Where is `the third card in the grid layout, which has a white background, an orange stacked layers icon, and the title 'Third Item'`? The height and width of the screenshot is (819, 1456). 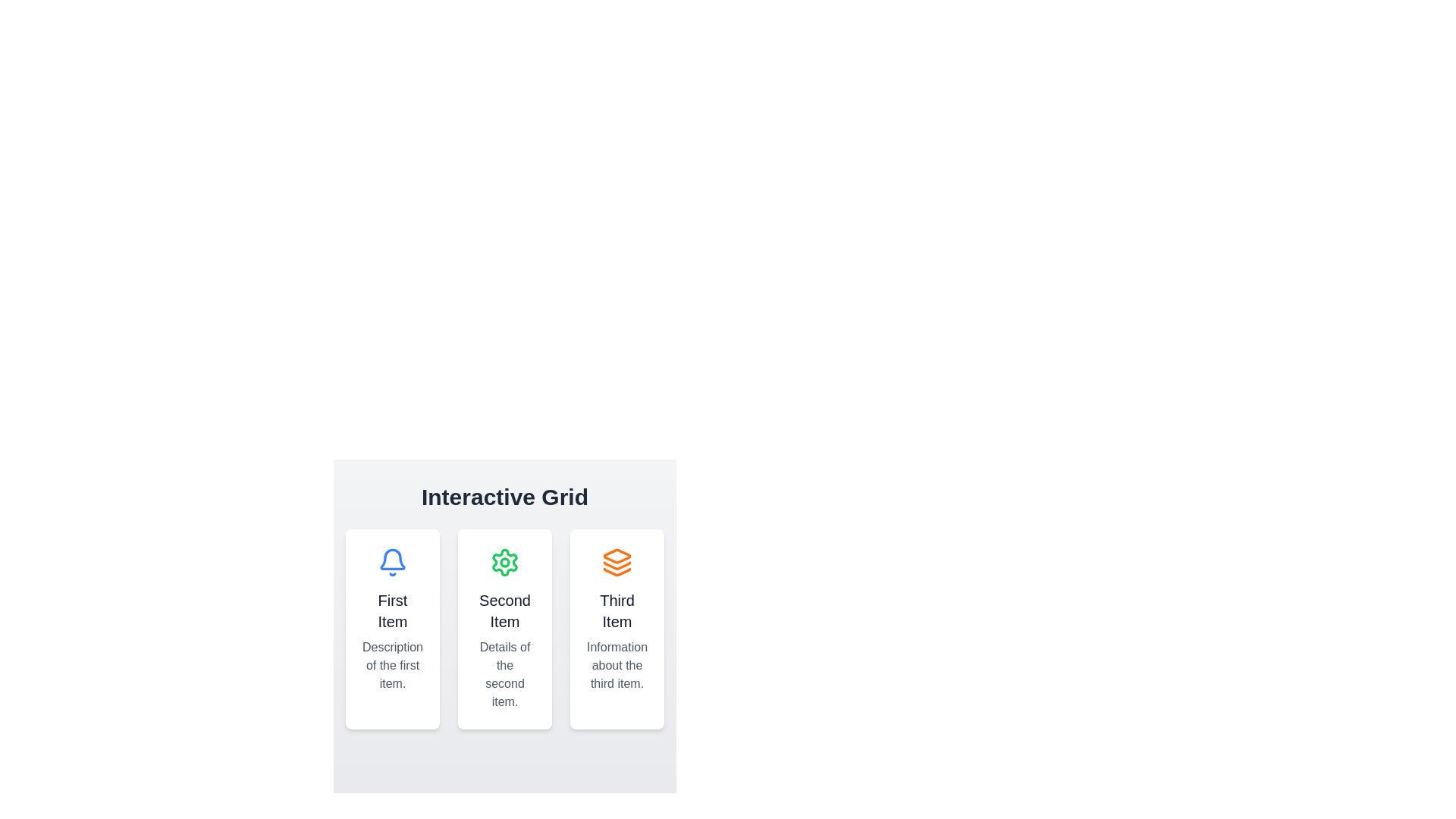 the third card in the grid layout, which has a white background, an orange stacked layers icon, and the title 'Third Item' is located at coordinates (617, 629).